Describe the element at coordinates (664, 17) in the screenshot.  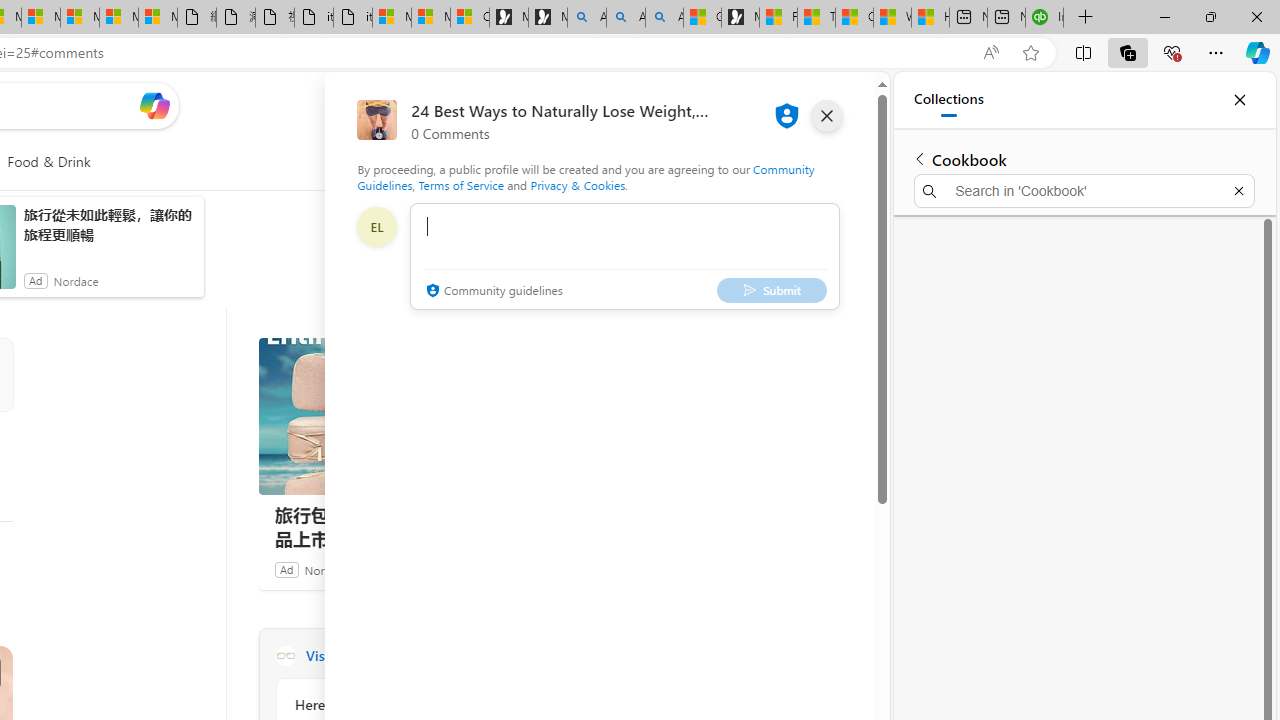
I see `'Alabama high school quarterback dies - Search Videos'` at that location.